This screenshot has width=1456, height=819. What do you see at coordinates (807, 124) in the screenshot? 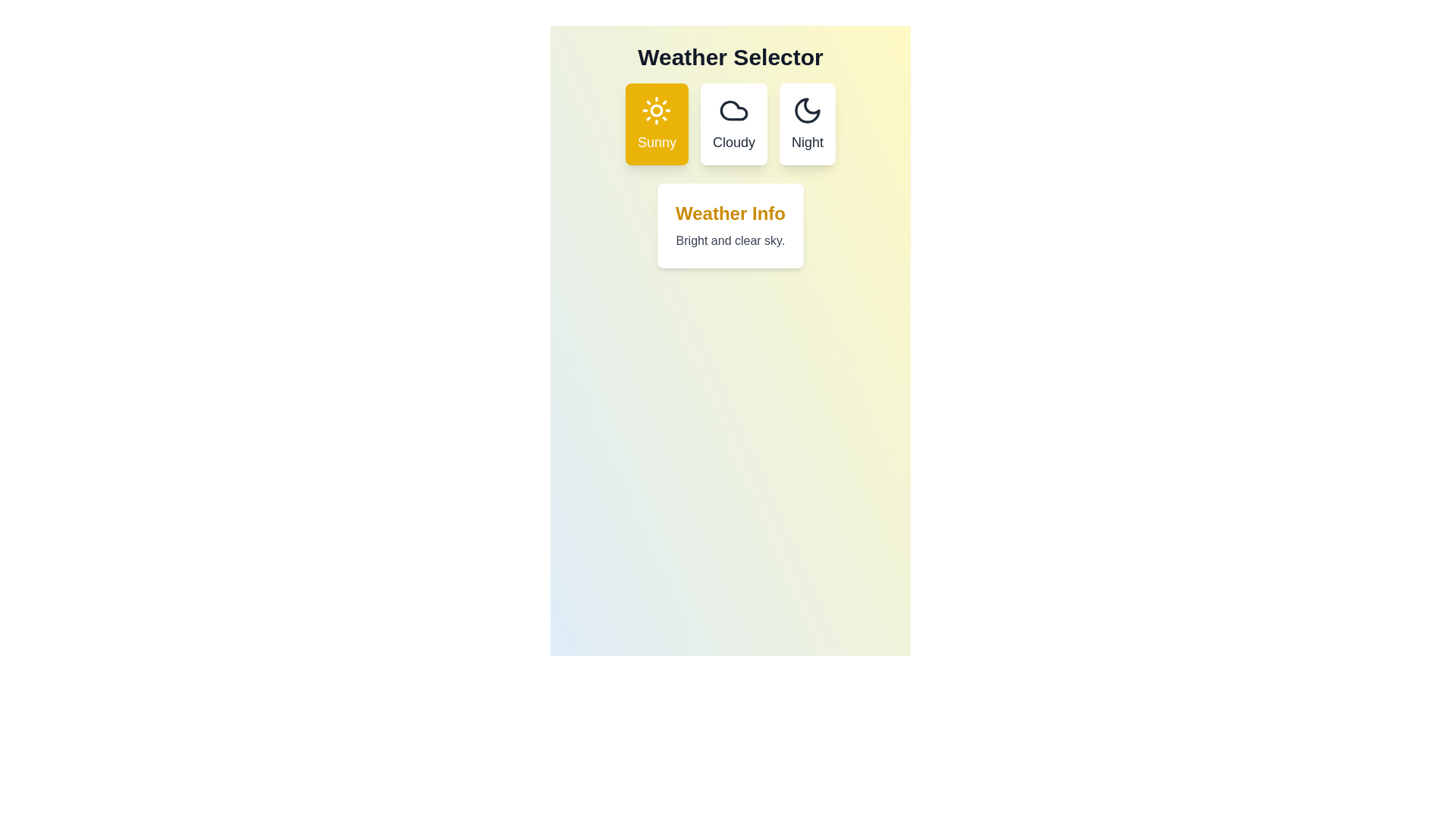
I see `the weather option Night by clicking on the corresponding button` at bounding box center [807, 124].